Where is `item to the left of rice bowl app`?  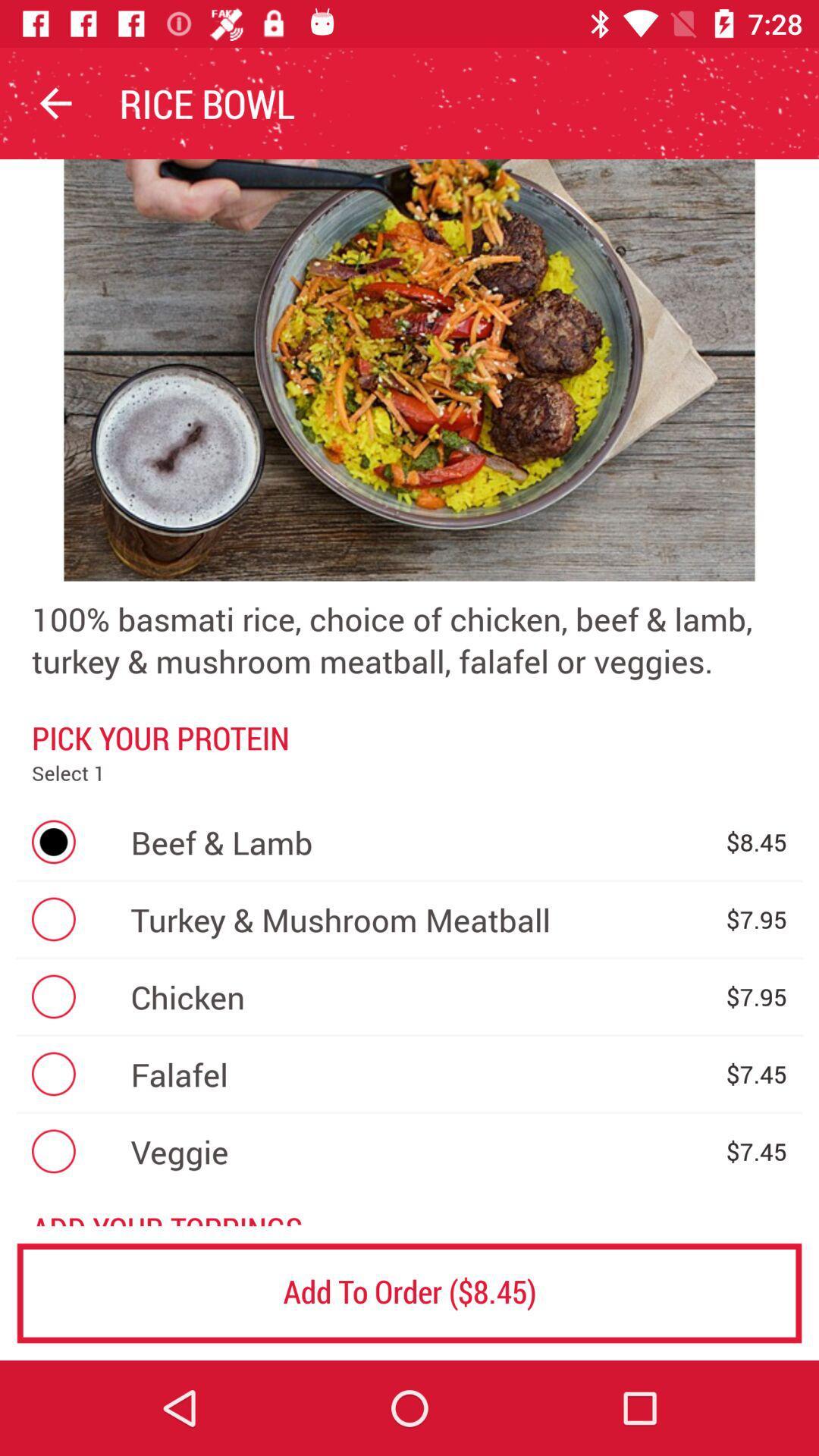
item to the left of rice bowl app is located at coordinates (55, 102).